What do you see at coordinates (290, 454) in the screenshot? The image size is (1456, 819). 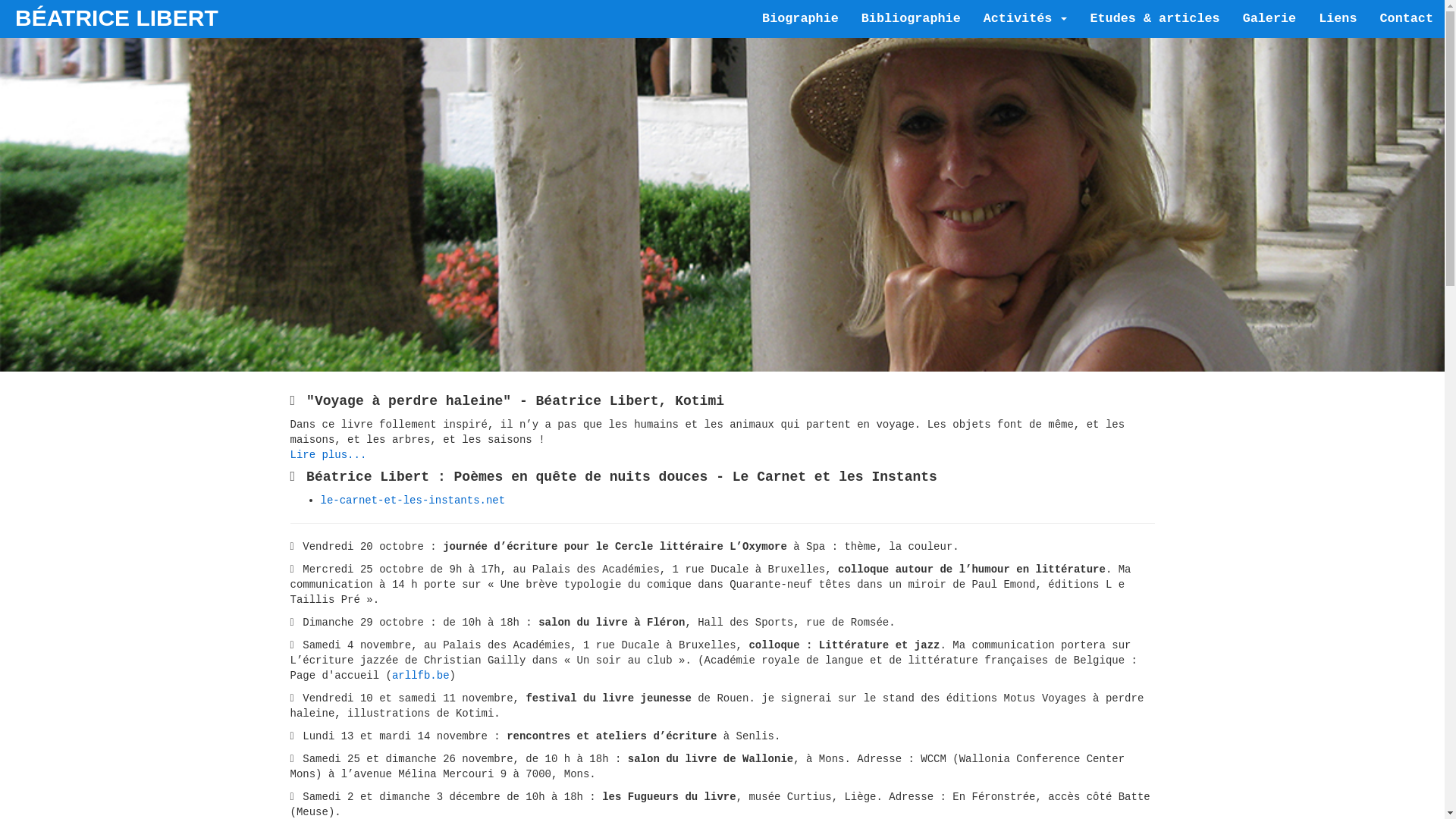 I see `'Lire plus...'` at bounding box center [290, 454].